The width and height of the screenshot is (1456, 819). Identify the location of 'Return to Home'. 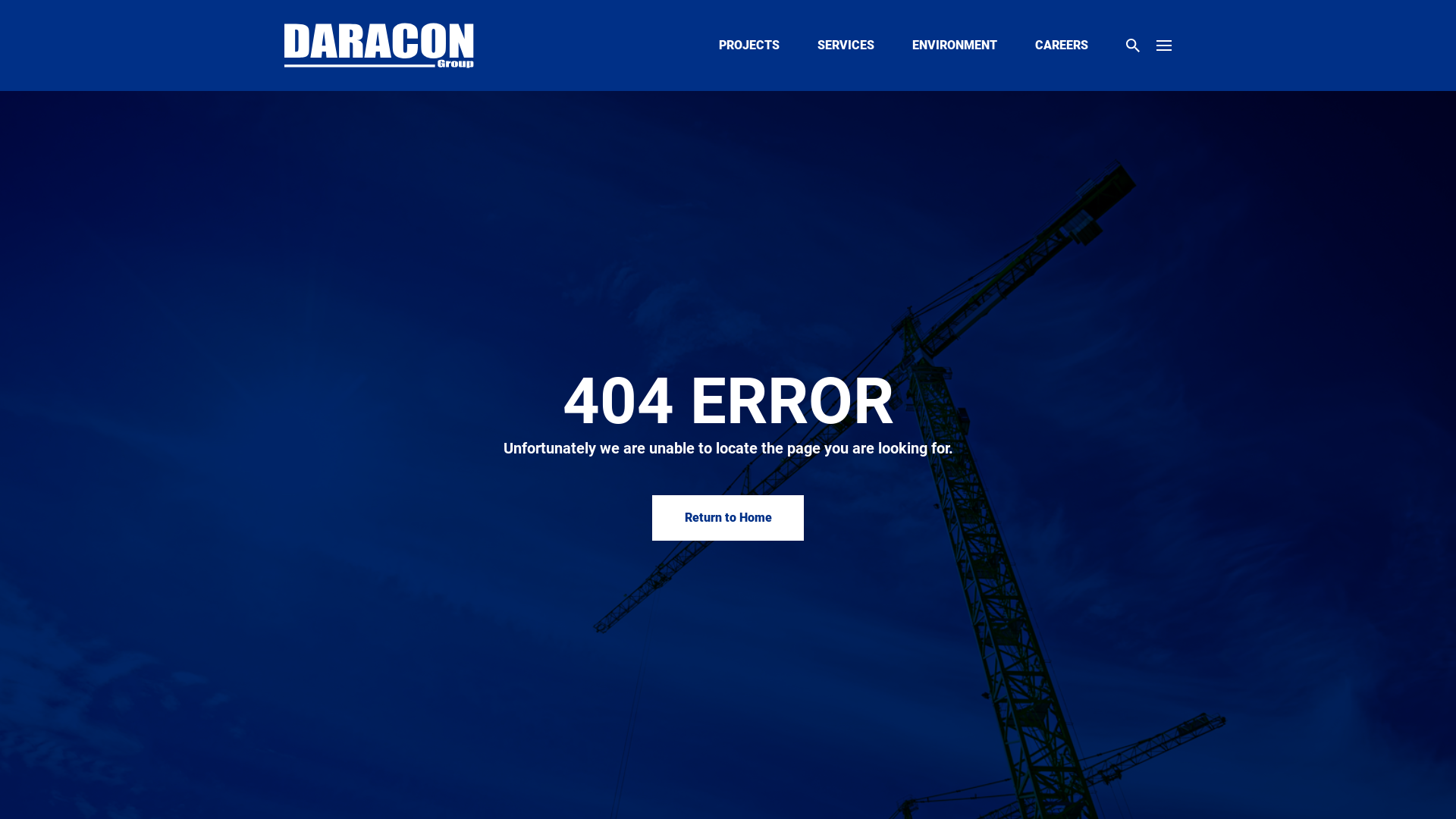
(728, 516).